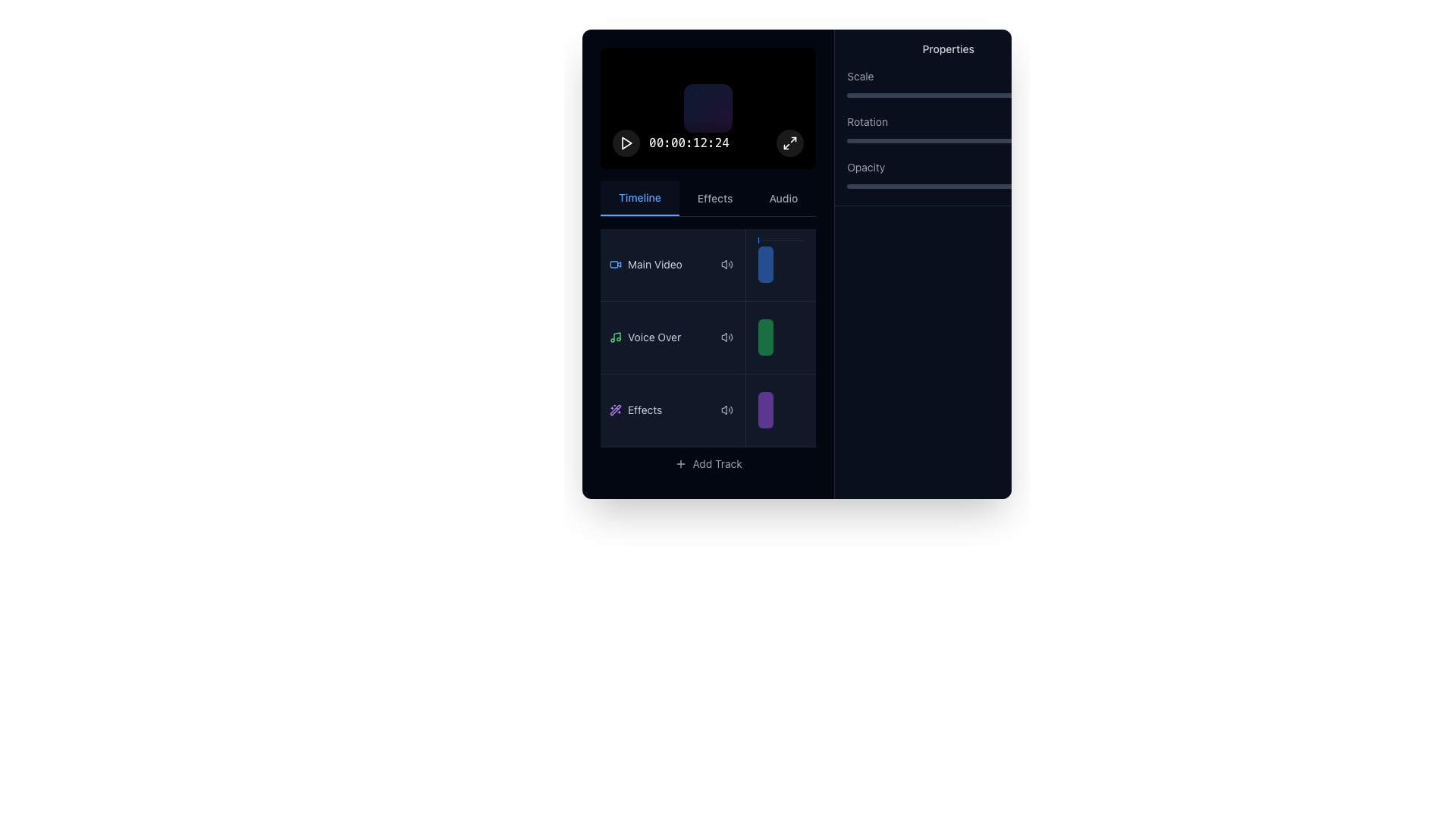 The width and height of the screenshot is (1456, 819). I want to click on the purple wand icon with sparkles located in the 'Effects' section of the timeline panel, so click(615, 409).